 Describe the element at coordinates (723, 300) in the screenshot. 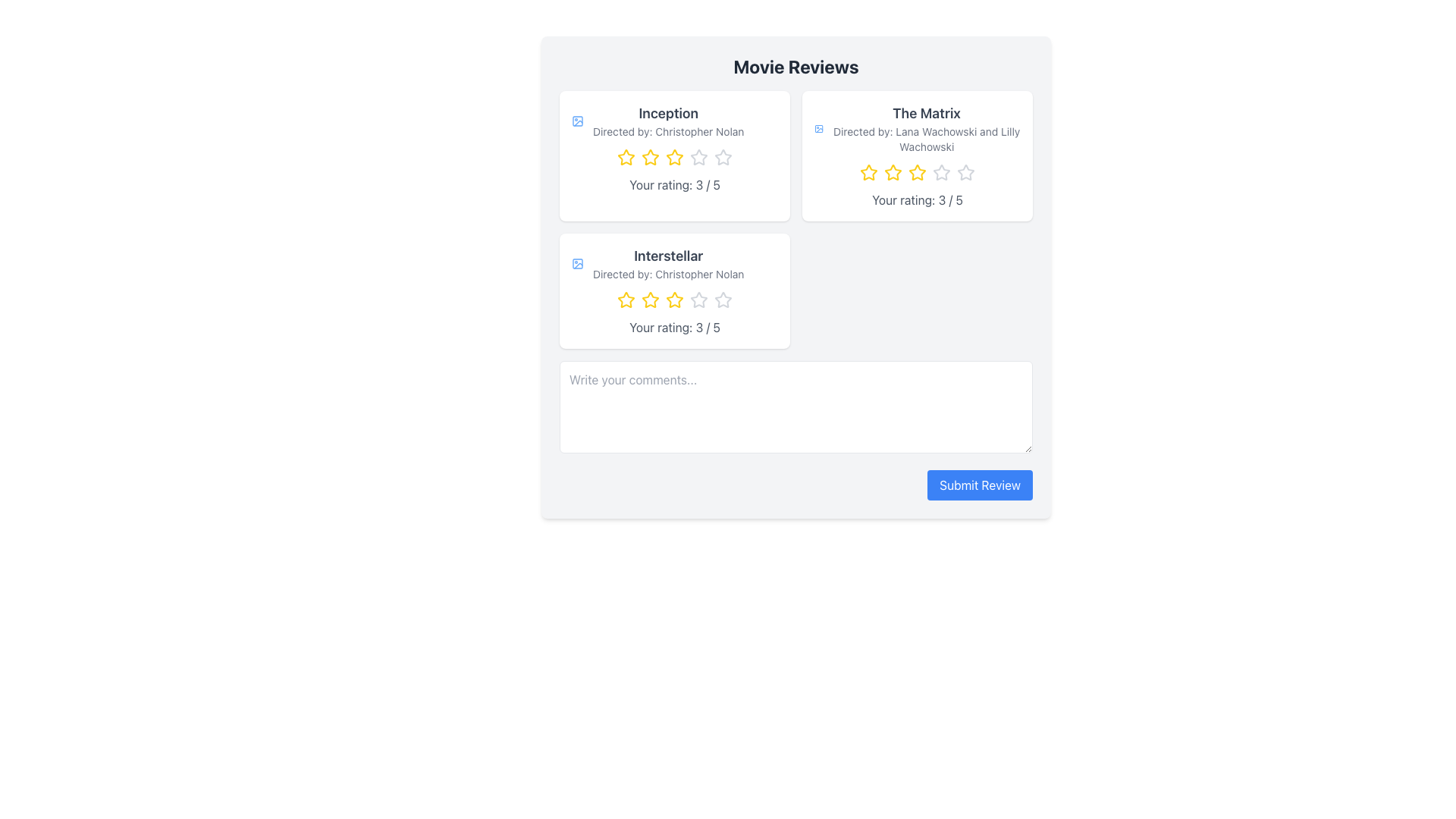

I see `the fourth star in the rating system under the 'Interstellar' movie review card to adjust the rating` at that location.